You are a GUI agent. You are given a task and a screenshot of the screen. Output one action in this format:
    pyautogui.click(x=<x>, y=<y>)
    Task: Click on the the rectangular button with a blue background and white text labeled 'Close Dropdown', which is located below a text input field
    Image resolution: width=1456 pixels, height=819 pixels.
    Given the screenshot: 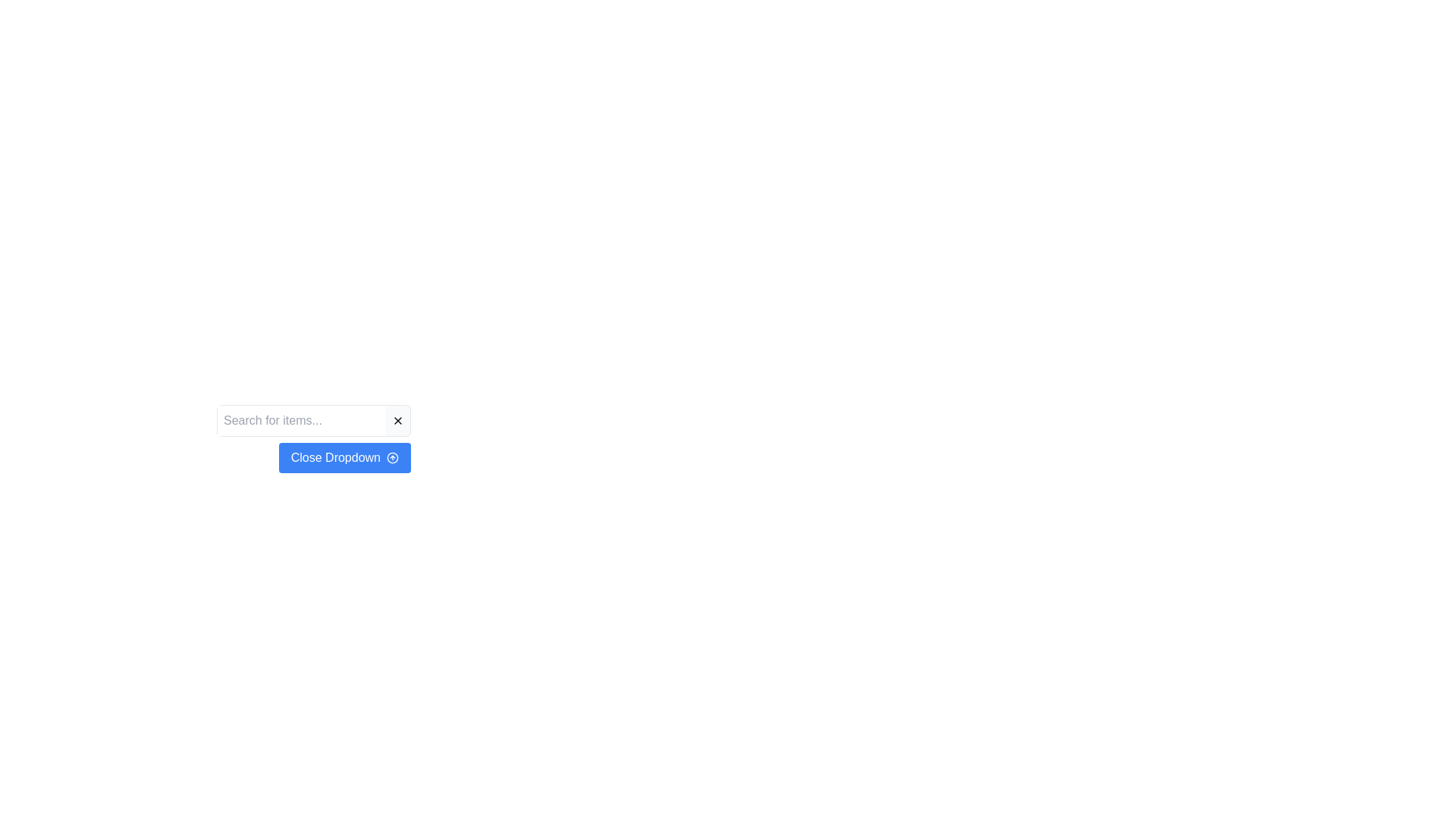 What is the action you would take?
    pyautogui.click(x=312, y=438)
    